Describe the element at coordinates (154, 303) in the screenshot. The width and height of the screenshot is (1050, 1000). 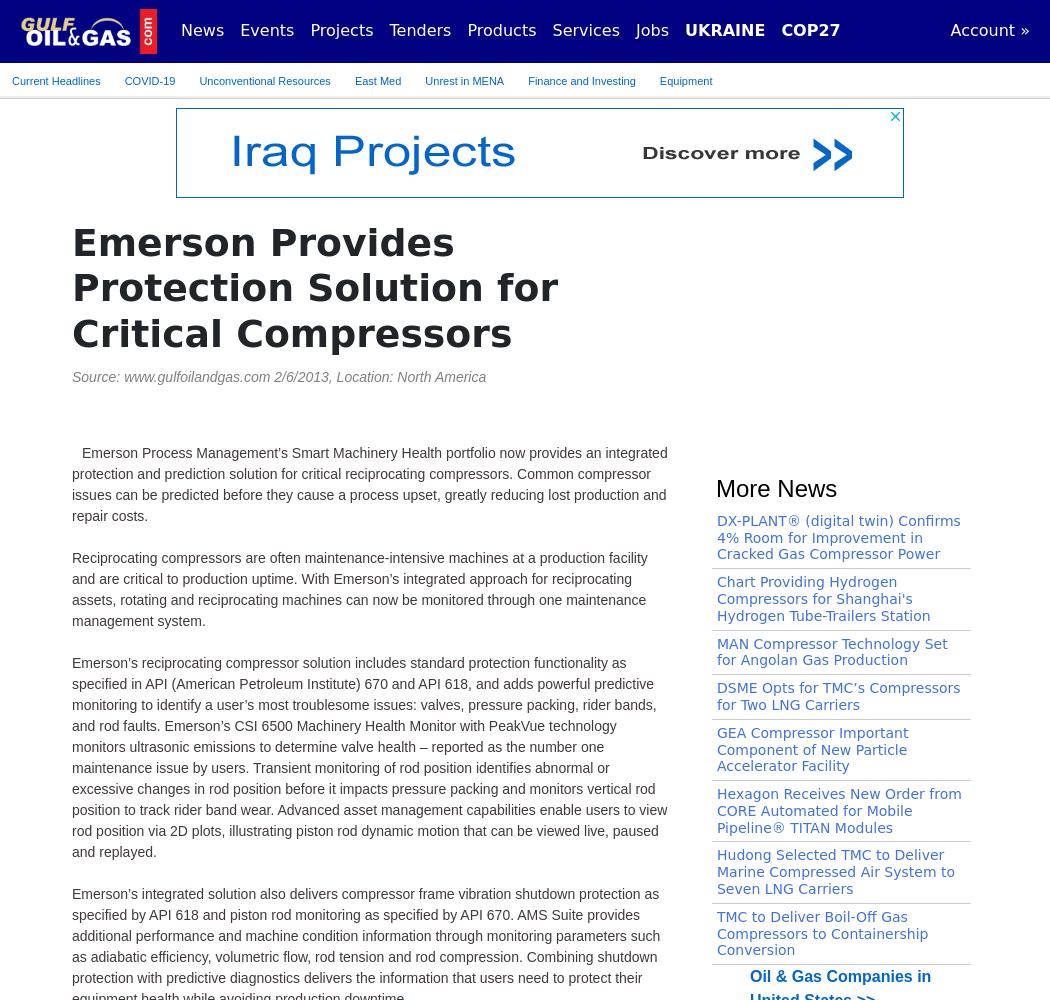
I see `'Compressors, Gas >>'` at that location.